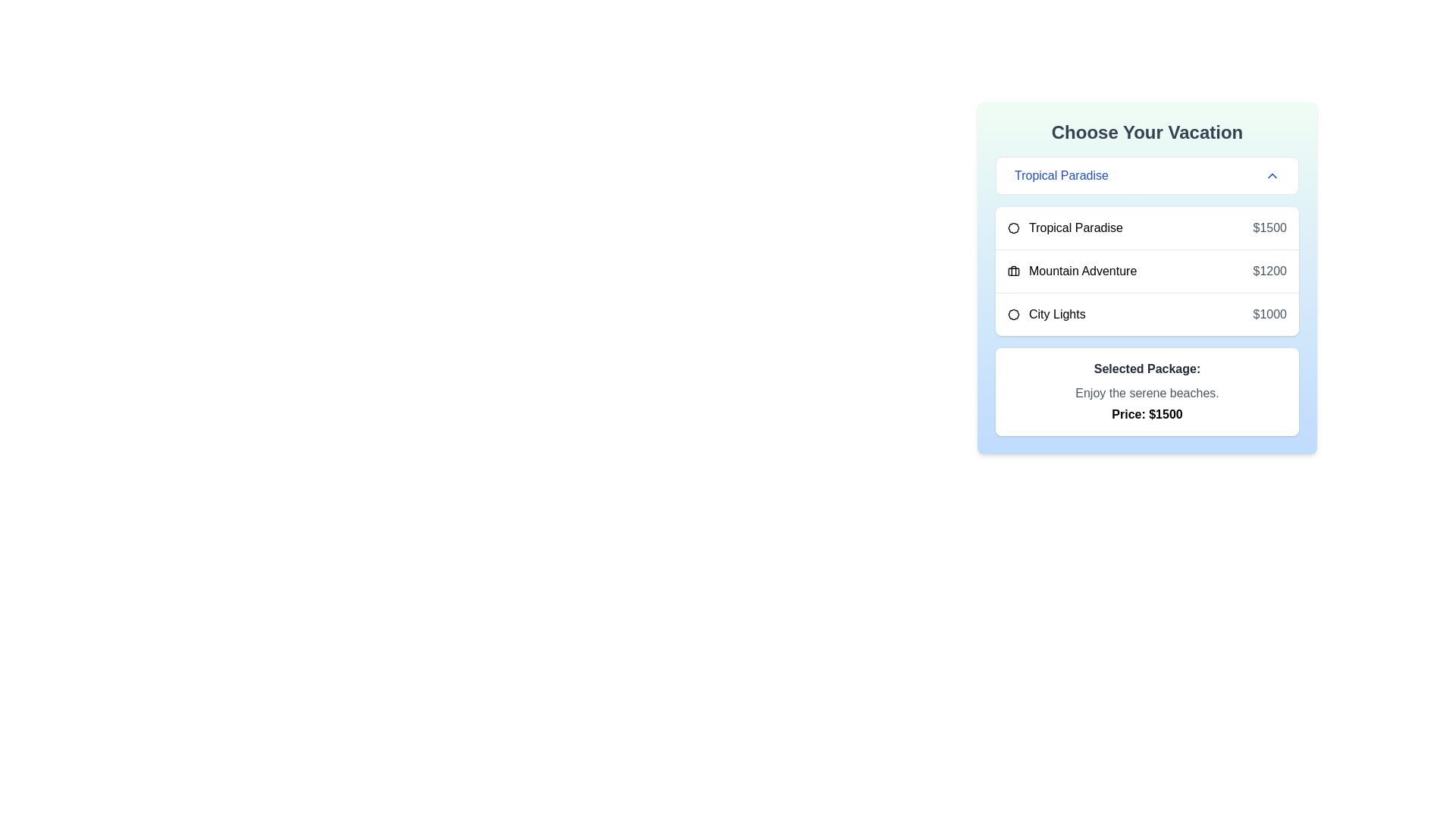 The width and height of the screenshot is (1456, 819). What do you see at coordinates (1014, 271) in the screenshot?
I see `the rectangular icon with rounded corners resembling a briefcase, which symbolizes the vacation package for 'Mountain Adventure'` at bounding box center [1014, 271].